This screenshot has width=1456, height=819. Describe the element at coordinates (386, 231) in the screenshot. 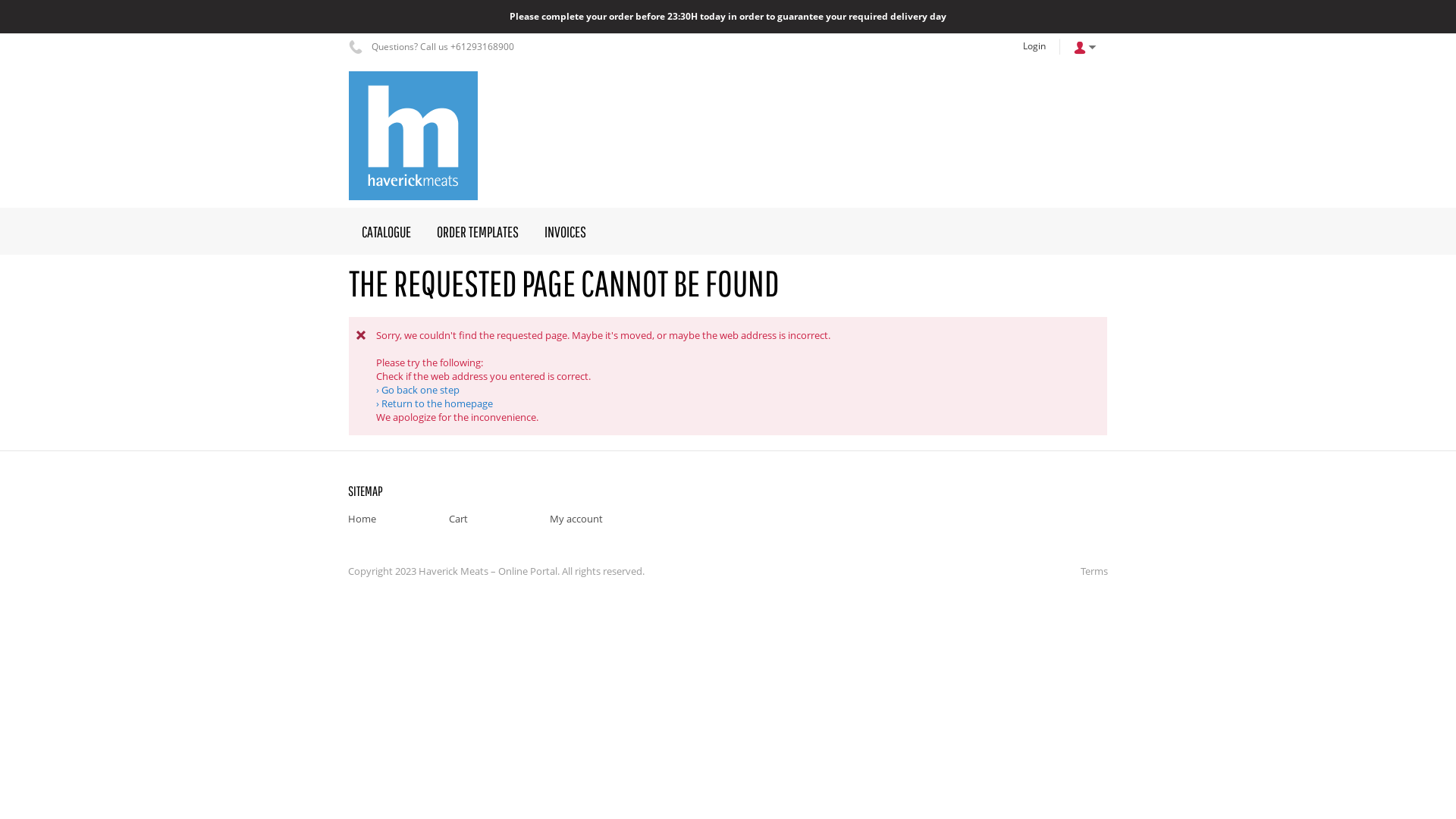

I see `'CATALOGUE'` at that location.